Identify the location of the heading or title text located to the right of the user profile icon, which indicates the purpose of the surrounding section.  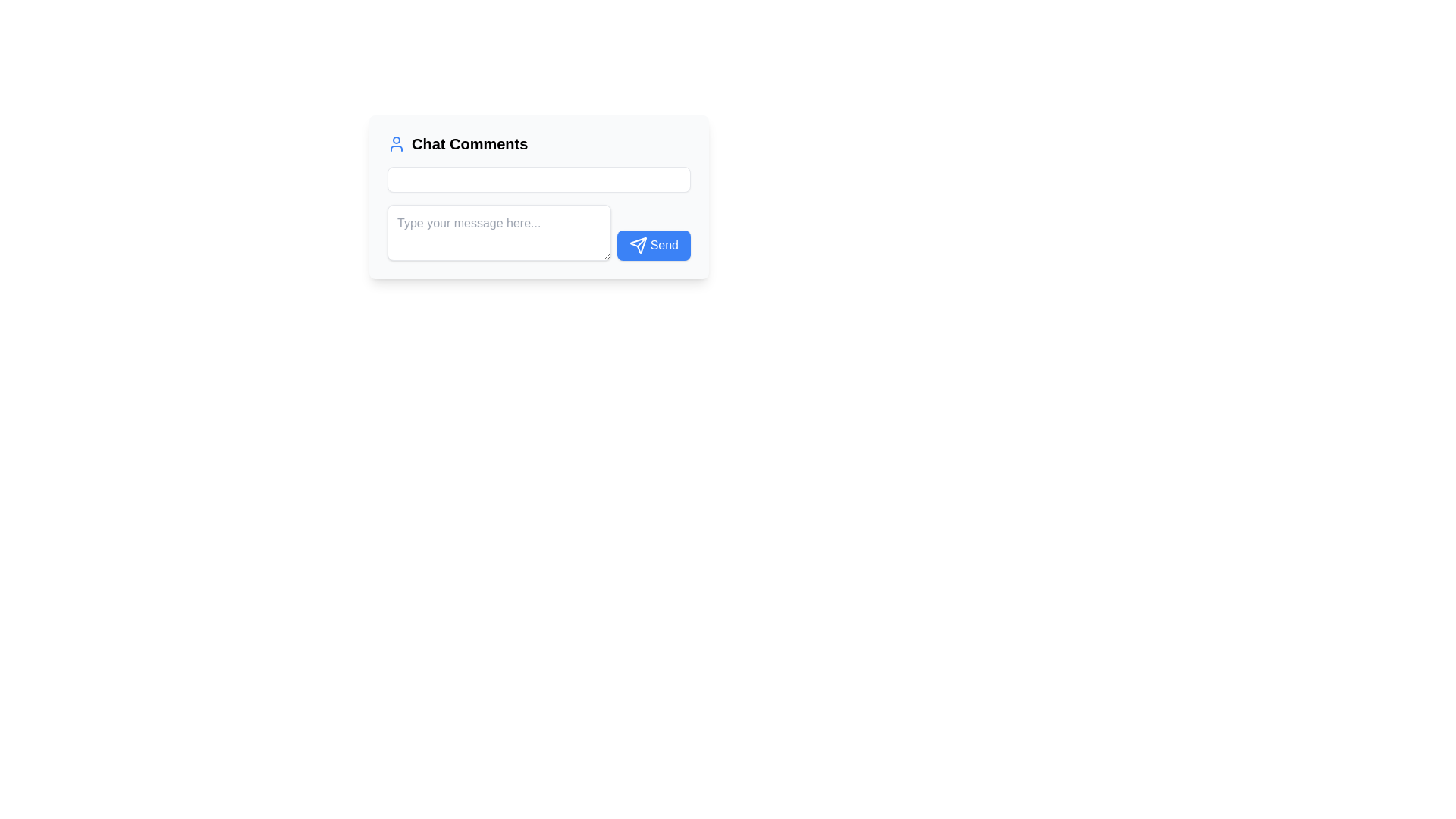
(469, 143).